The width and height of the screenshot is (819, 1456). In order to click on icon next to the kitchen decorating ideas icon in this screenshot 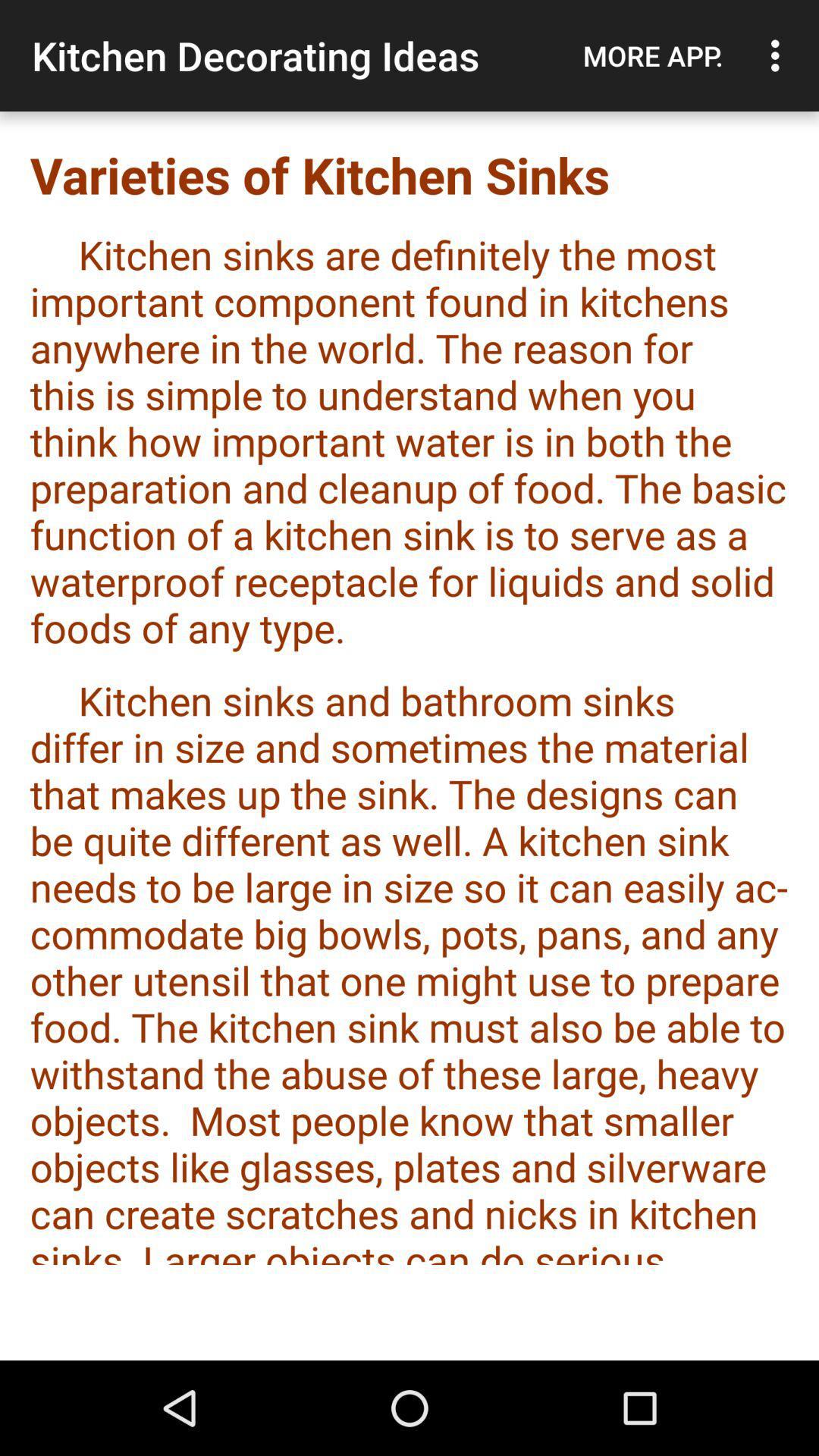, I will do `click(652, 55)`.